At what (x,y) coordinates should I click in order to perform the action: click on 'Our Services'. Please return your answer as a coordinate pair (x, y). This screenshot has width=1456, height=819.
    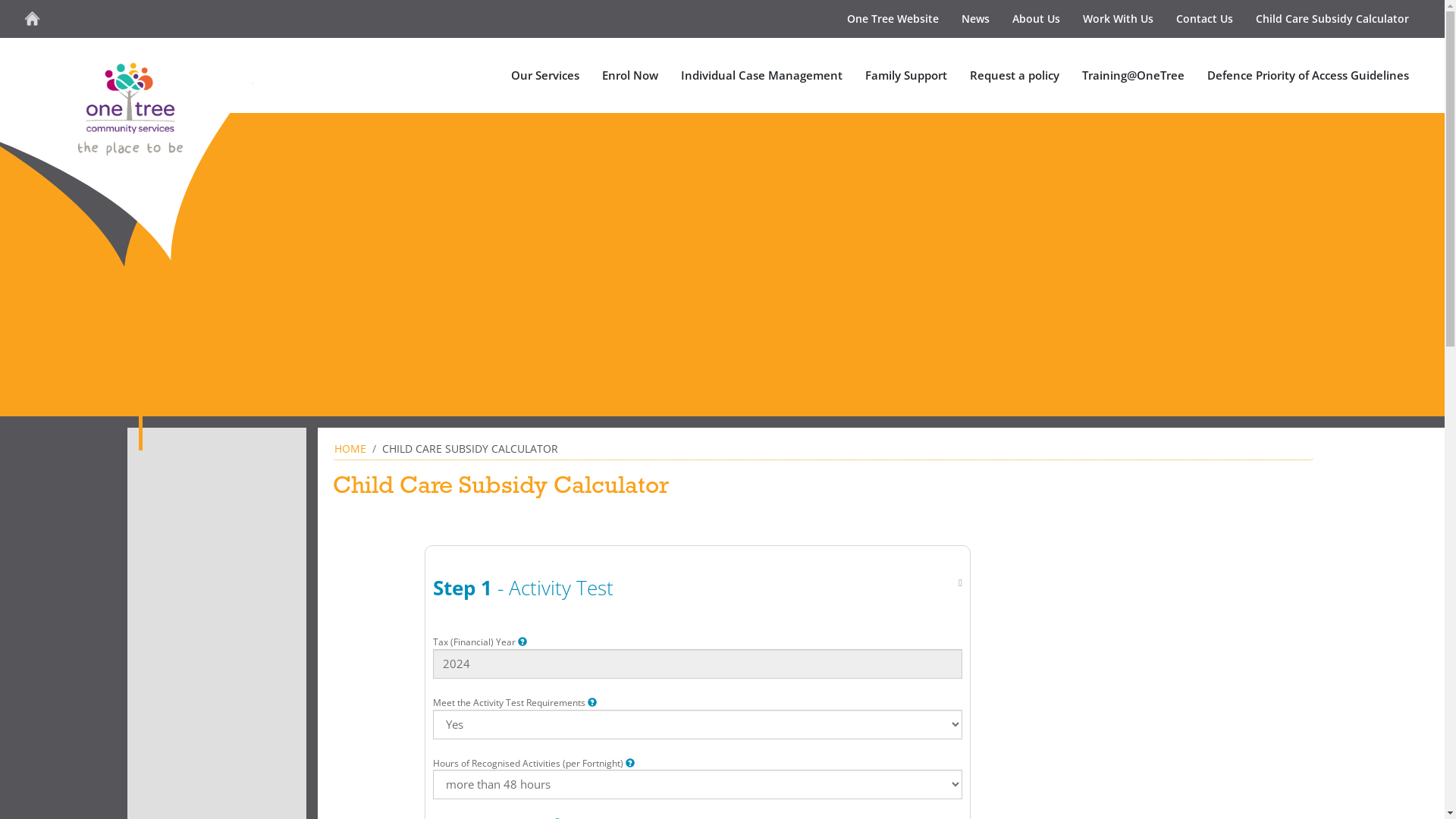
    Looking at the image, I should click on (499, 75).